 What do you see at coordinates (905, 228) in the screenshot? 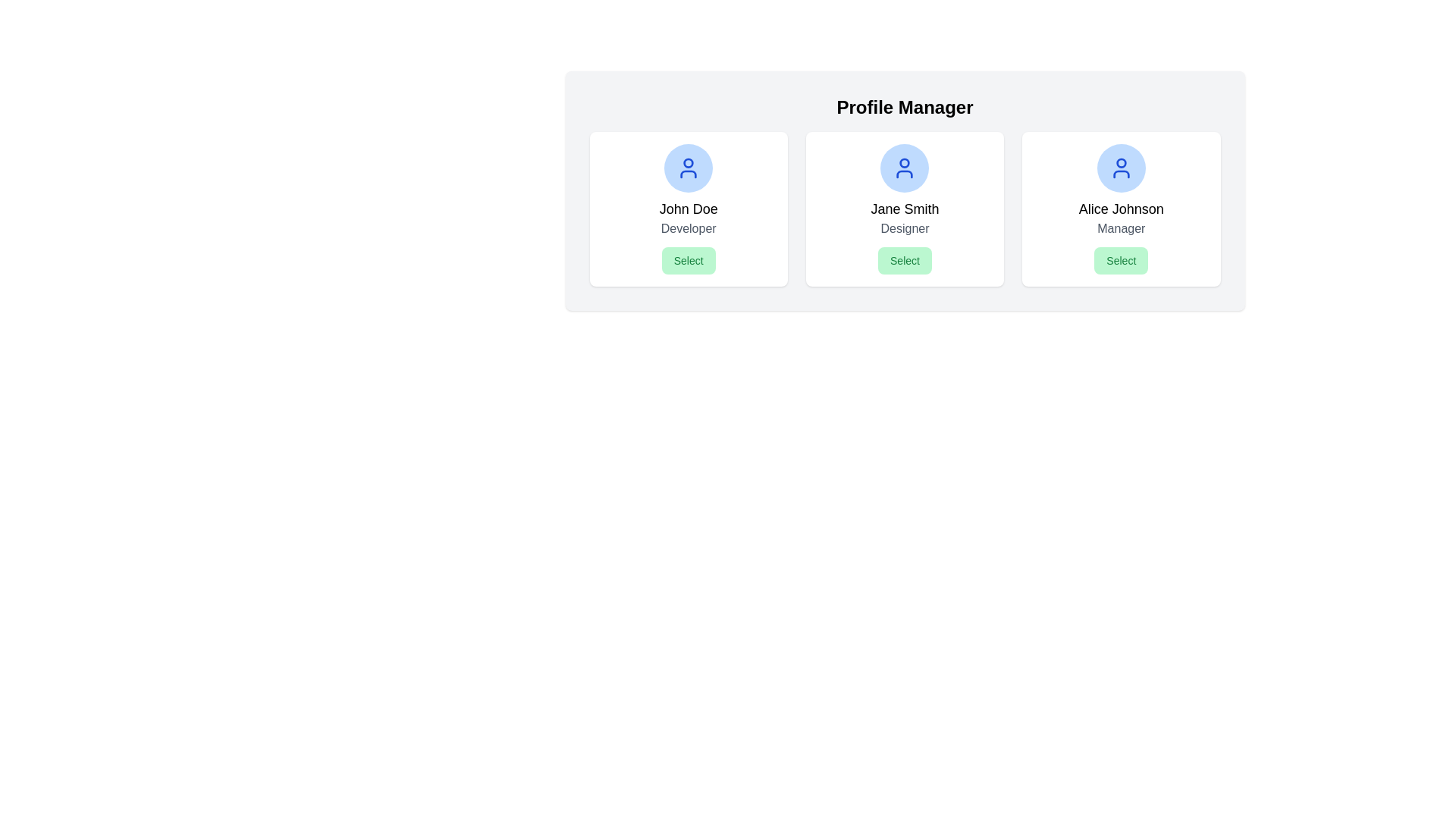
I see `the 'Designer' text label, which is styled in gray and positioned below 'Jane Smith' in the profile card` at bounding box center [905, 228].